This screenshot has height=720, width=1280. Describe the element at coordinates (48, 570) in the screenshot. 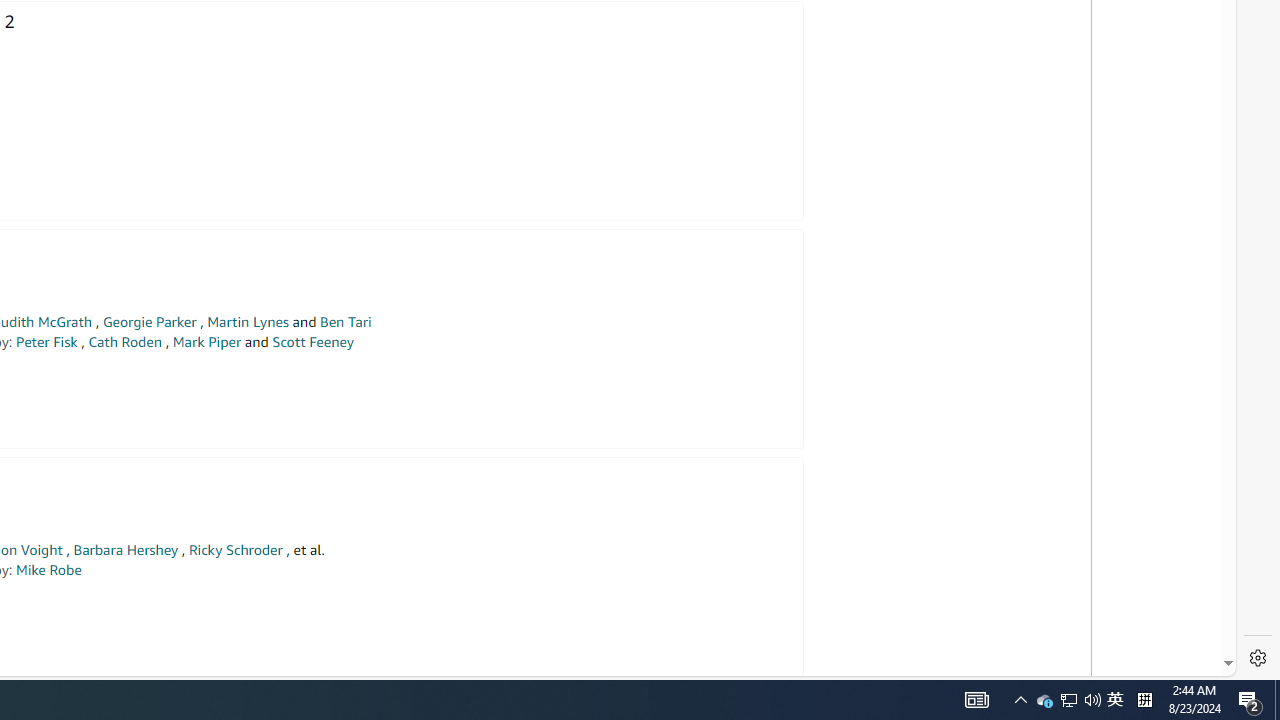

I see `'Mike Robe'` at that location.